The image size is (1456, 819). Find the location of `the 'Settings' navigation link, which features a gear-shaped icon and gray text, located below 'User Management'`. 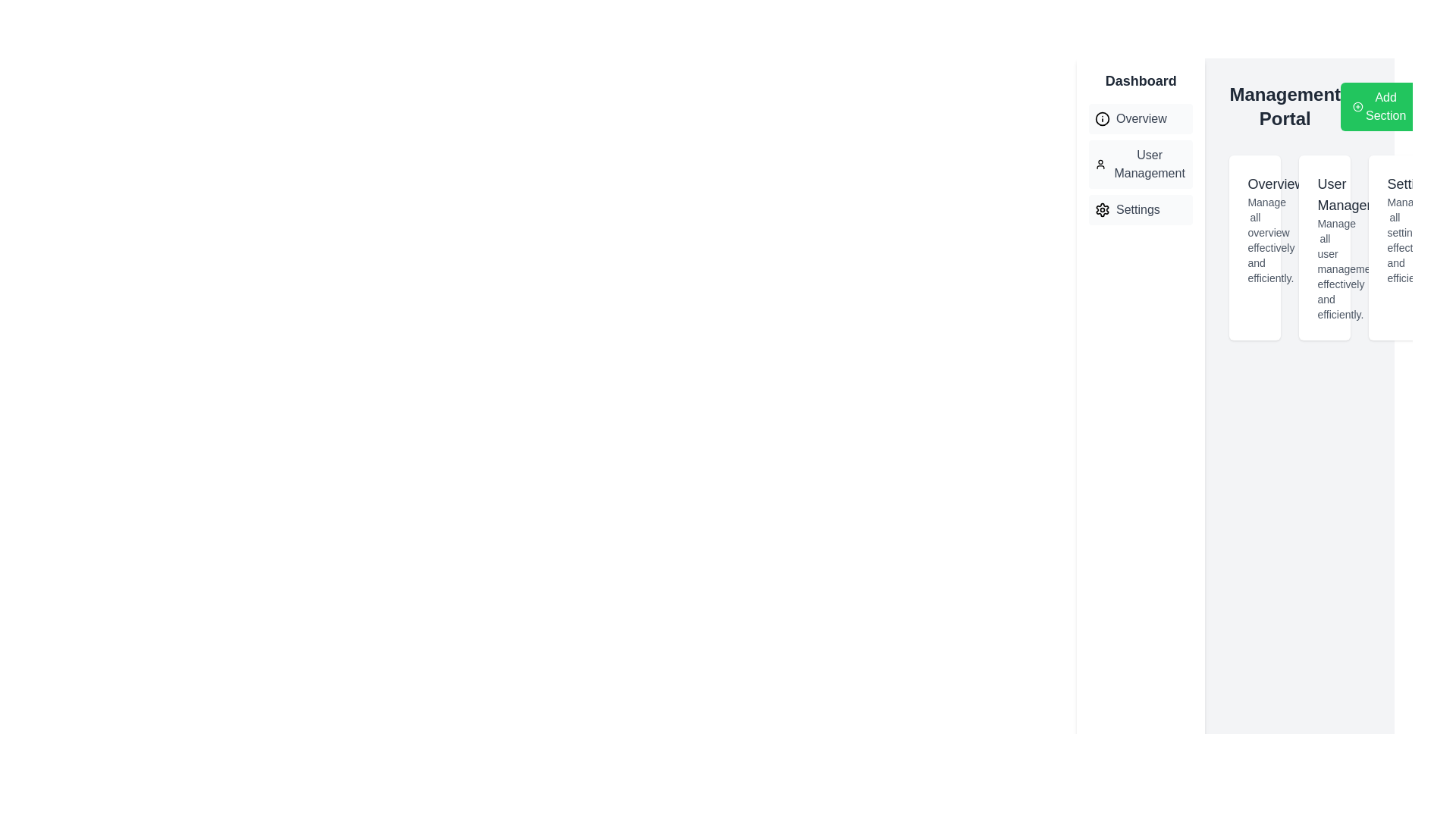

the 'Settings' navigation link, which features a gear-shaped icon and gray text, located below 'User Management' is located at coordinates (1141, 210).